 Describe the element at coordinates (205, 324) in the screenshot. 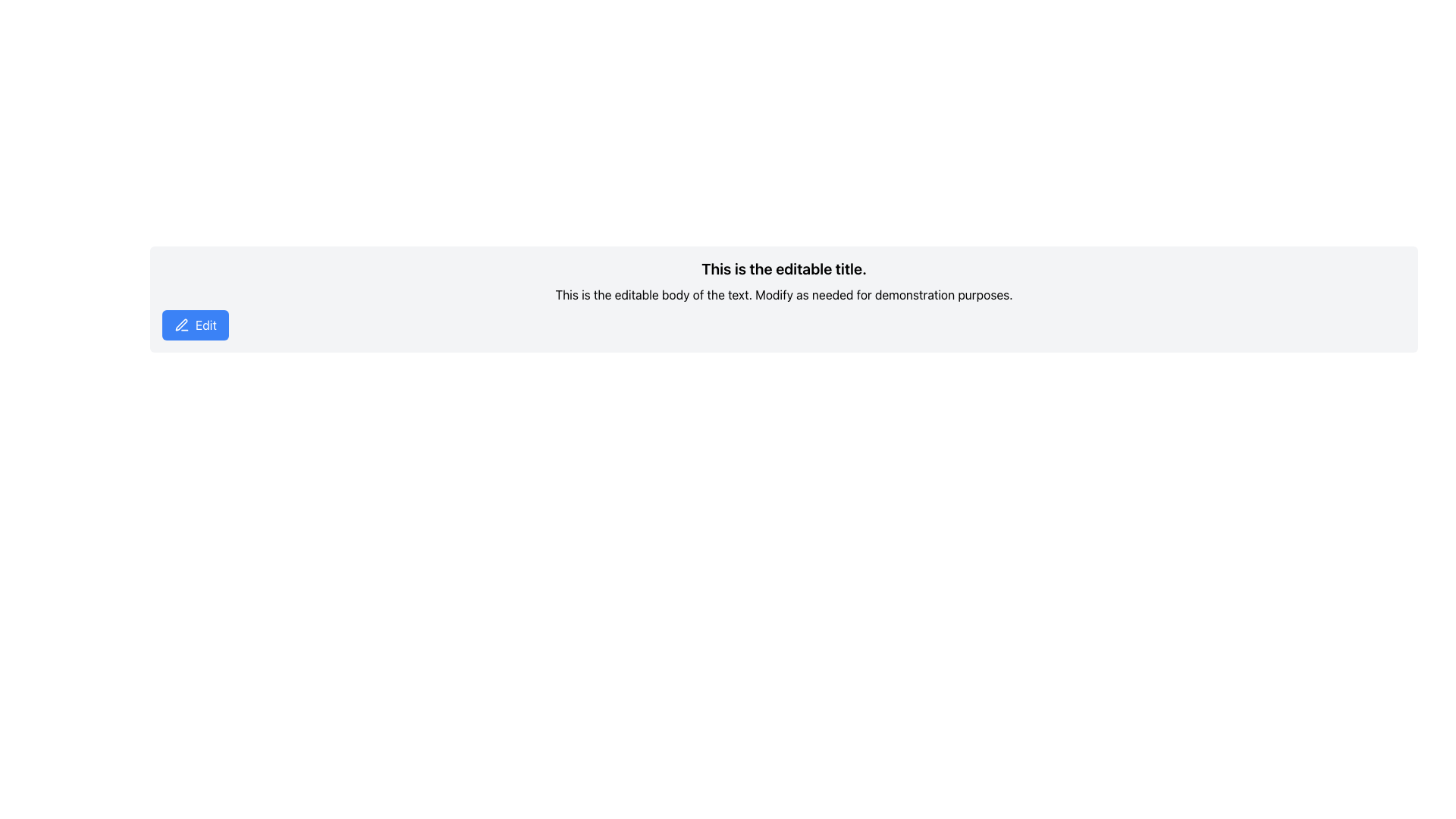

I see `the edit label located within the blue rectangular button with rounded corners, positioned to the right of the pen icon` at that location.